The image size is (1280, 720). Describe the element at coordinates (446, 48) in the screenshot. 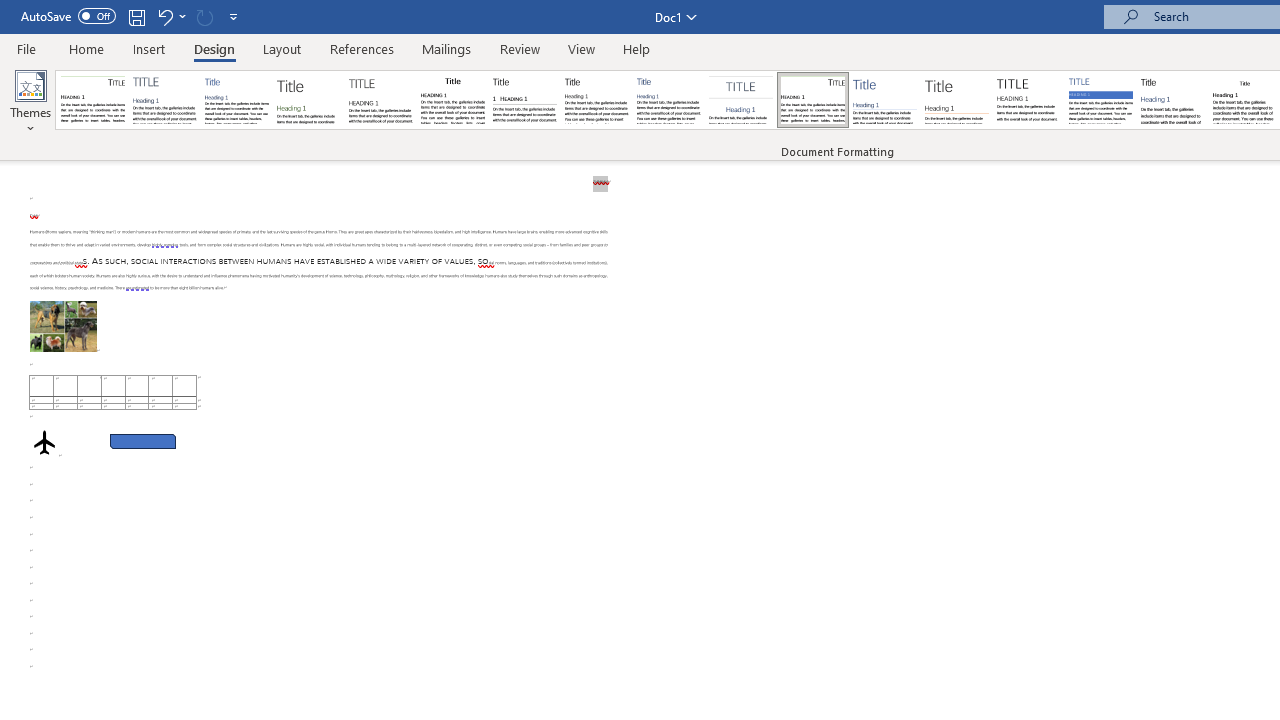

I see `'Mailings'` at that location.